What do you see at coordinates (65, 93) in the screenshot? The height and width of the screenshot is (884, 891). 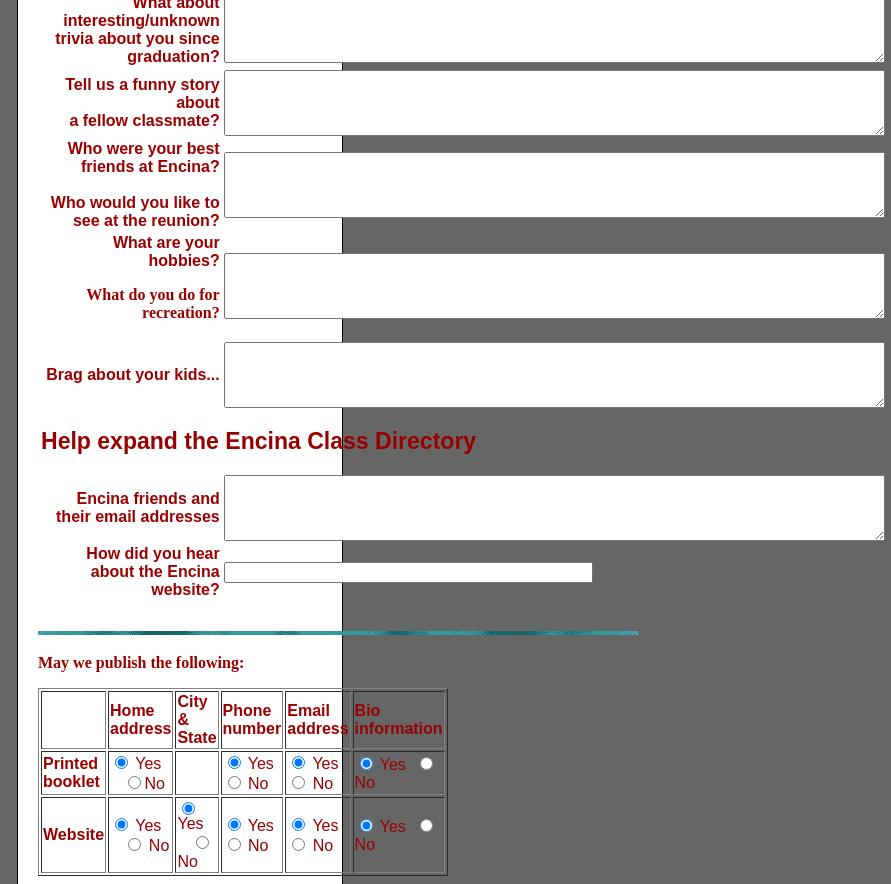 I see `'Tell us a funny story about'` at bounding box center [65, 93].